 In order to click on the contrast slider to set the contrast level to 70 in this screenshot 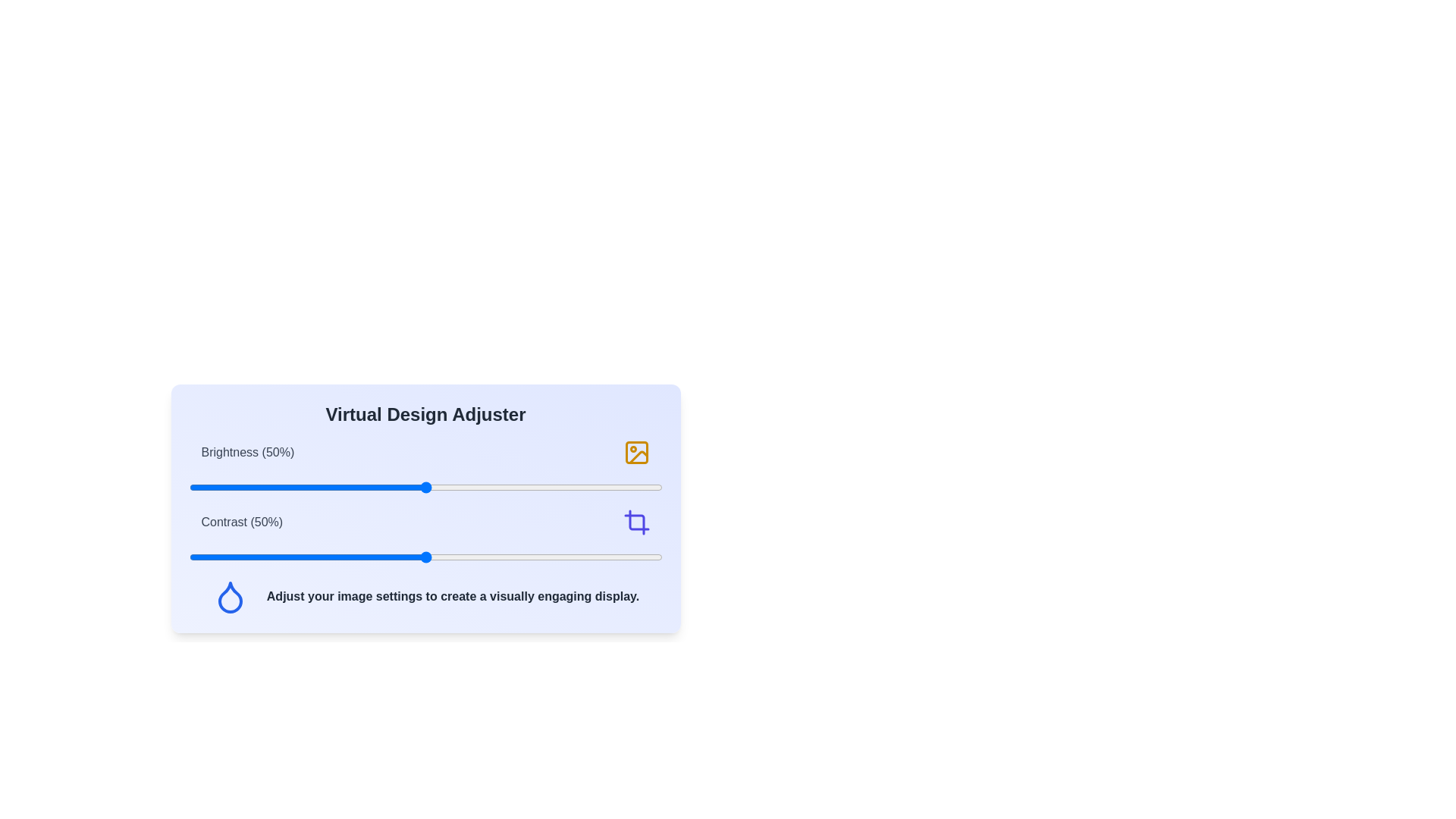, I will do `click(520, 557)`.